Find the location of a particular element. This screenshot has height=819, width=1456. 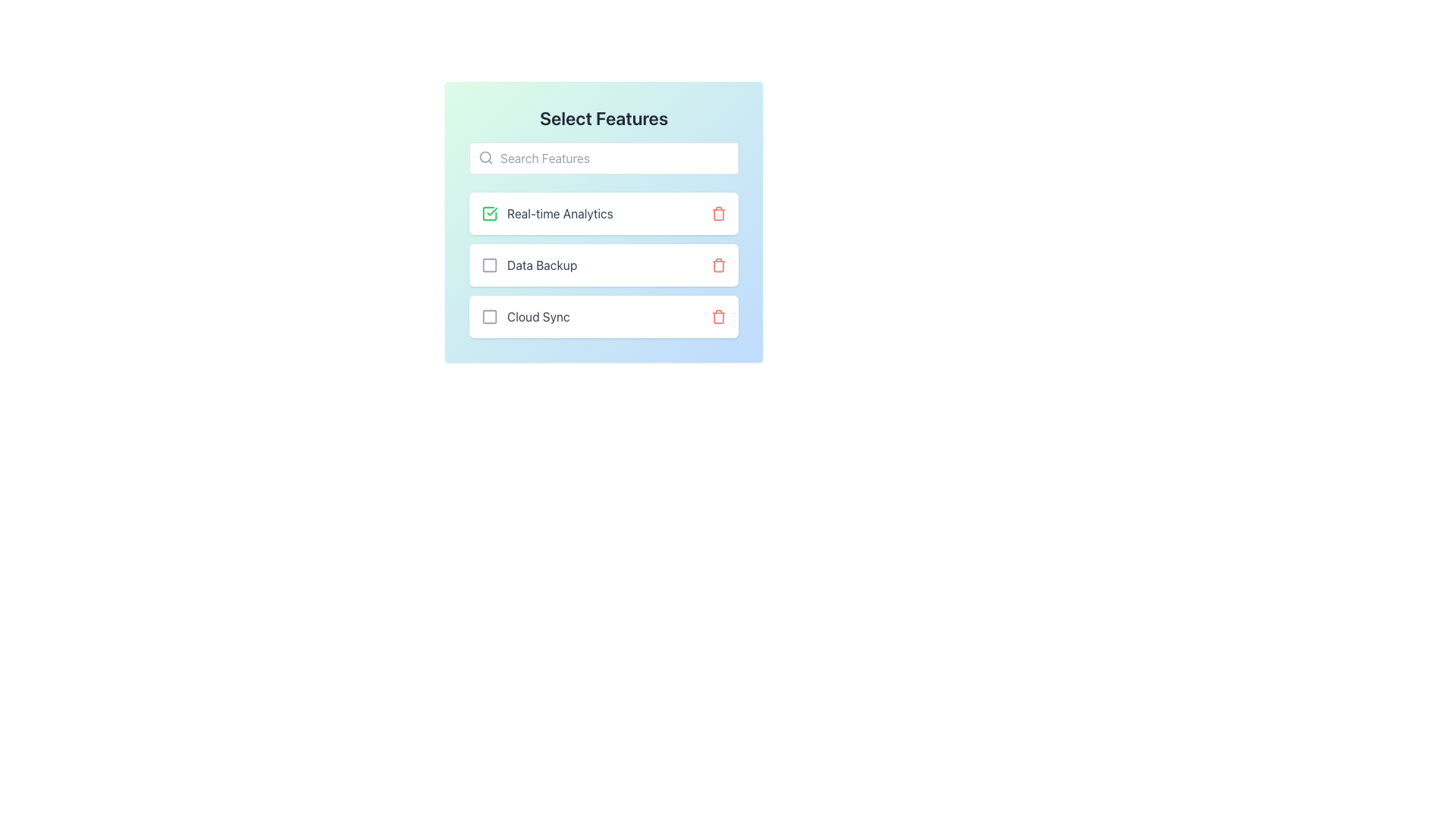

the 'Data Backup' label in the list of selectable features, which is positioned between 'Real-time Analytics' and 'Cloud Sync' is located at coordinates (542, 265).